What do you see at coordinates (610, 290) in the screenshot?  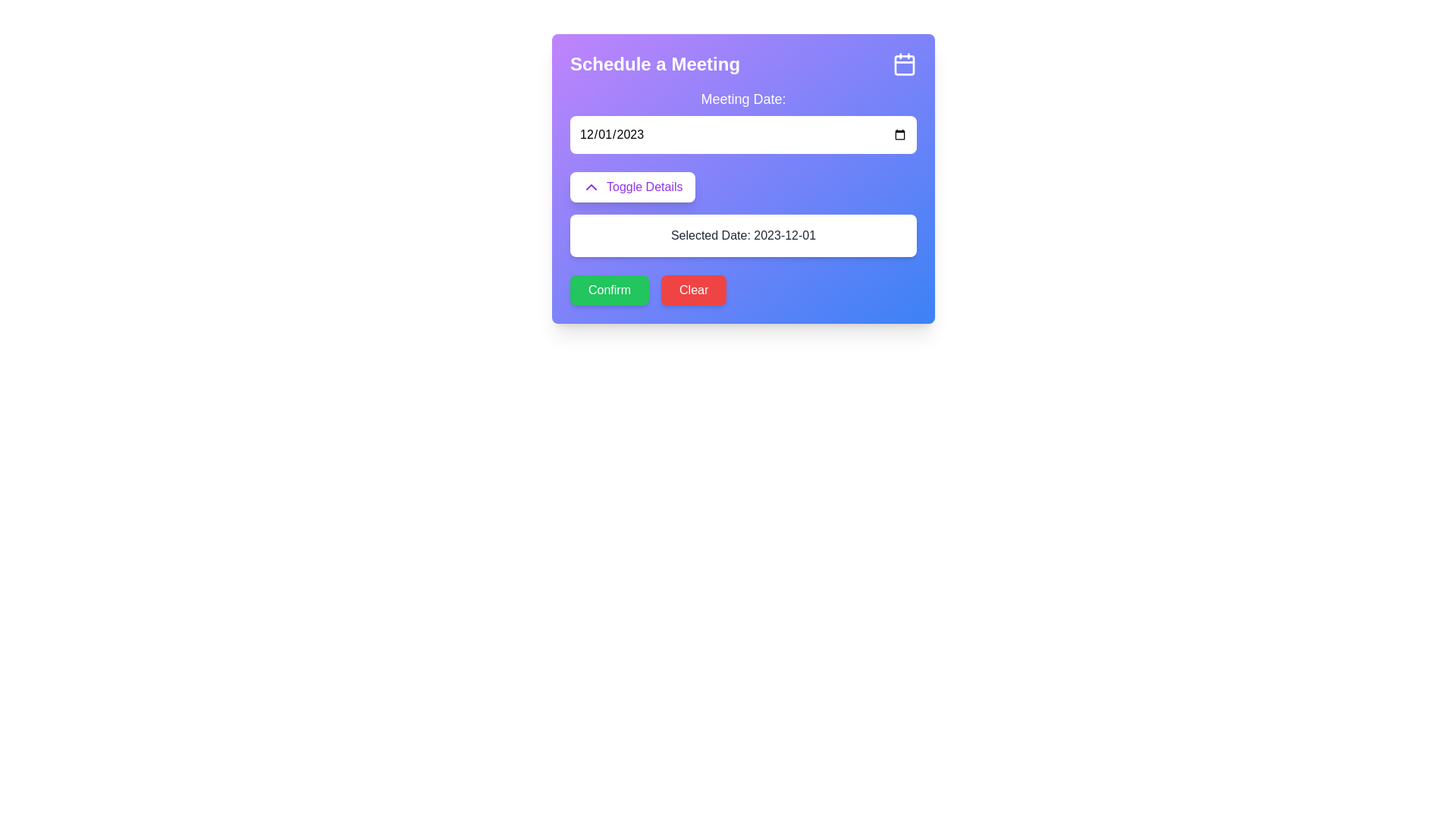 I see `the green rectangular 'Confirm' button to change its appearance, which features rounded corners and a drop shadow` at bounding box center [610, 290].